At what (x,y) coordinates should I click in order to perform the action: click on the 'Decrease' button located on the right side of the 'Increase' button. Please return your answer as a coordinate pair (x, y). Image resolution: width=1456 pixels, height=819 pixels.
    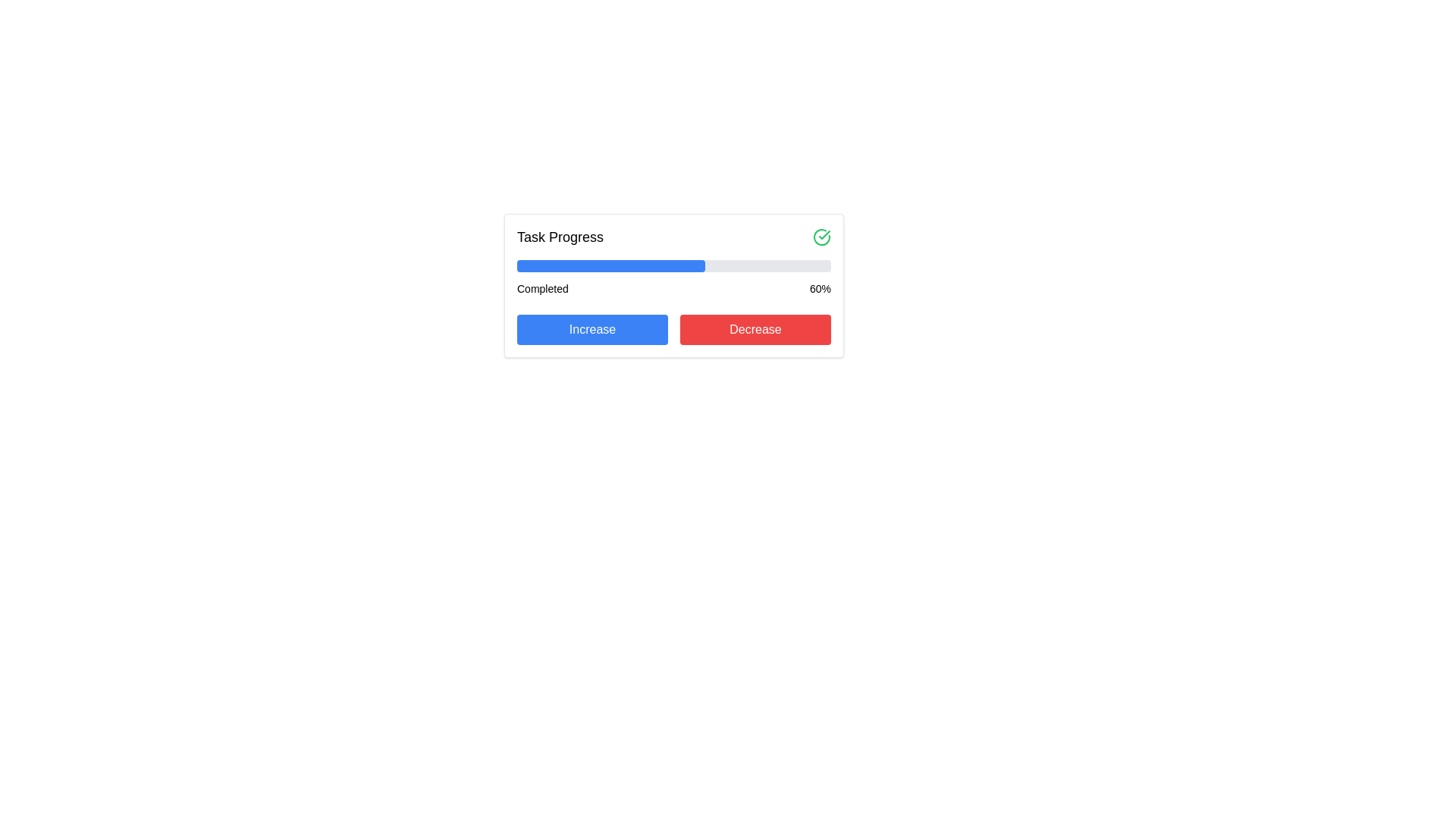
    Looking at the image, I should click on (755, 329).